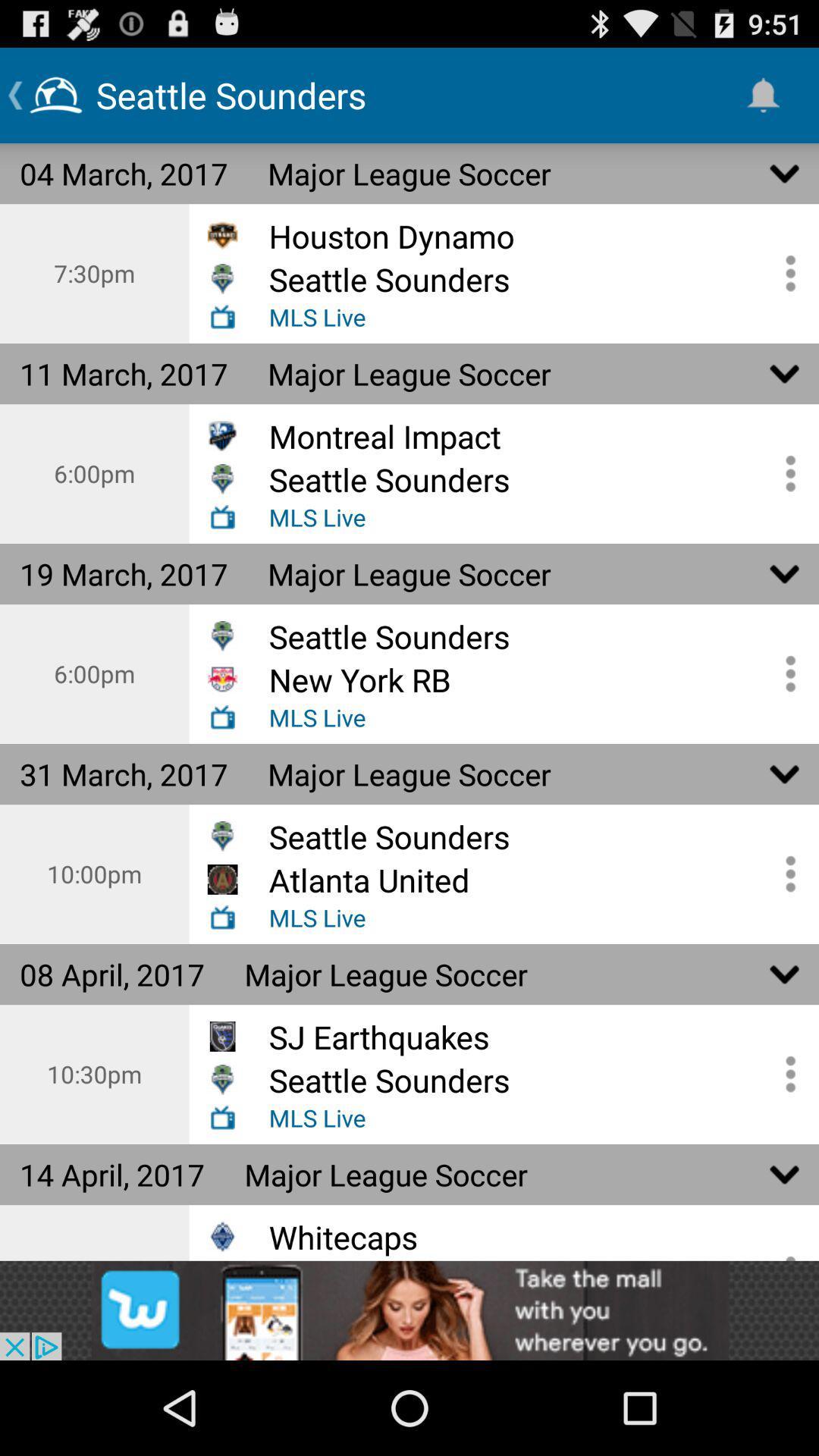 This screenshot has height=1456, width=819. Describe the element at coordinates (409, 1310) in the screenshot. I see `see advertisement` at that location.